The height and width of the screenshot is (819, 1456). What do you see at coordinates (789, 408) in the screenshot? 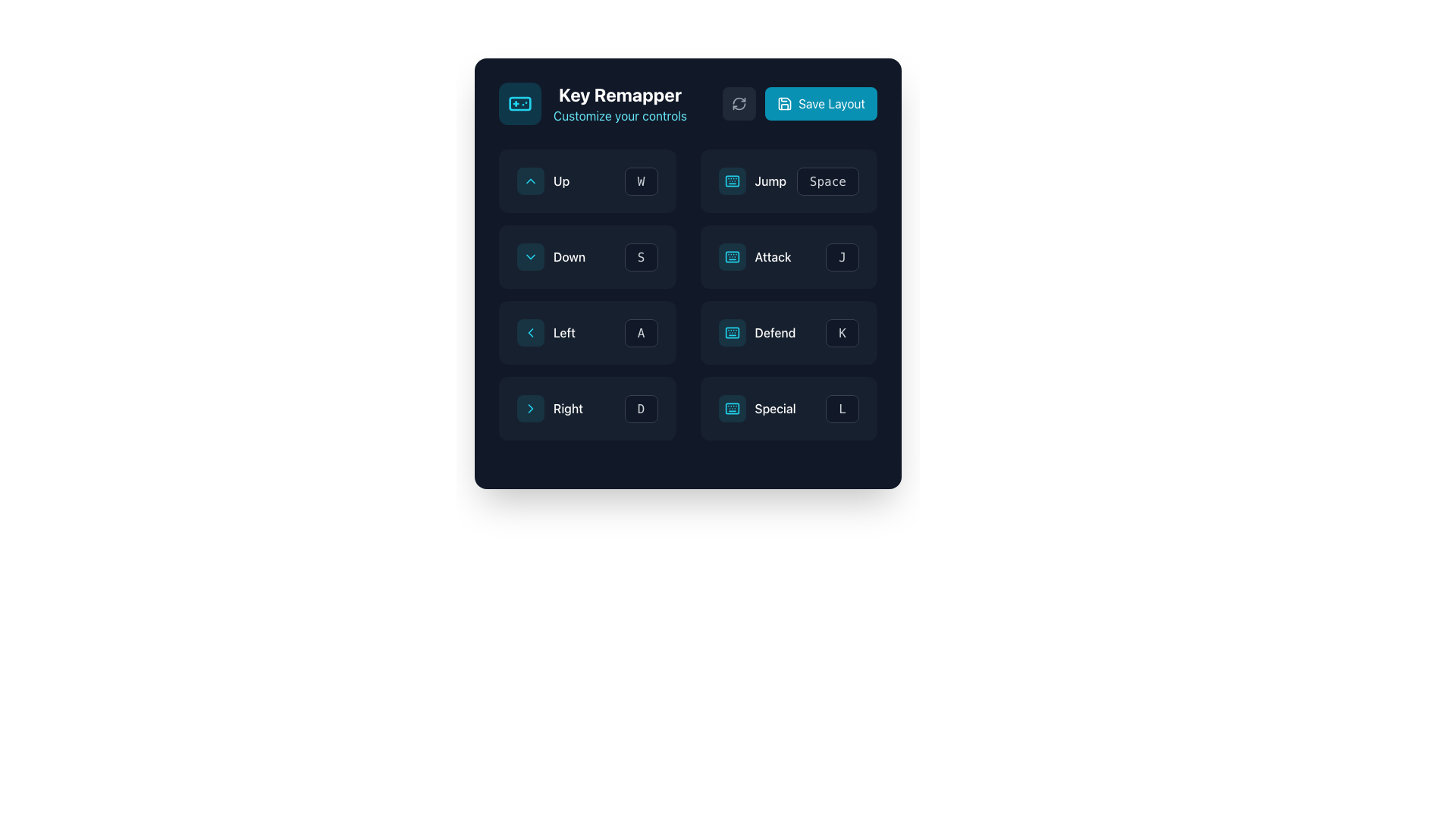
I see `the key-binding configuration button group labeled 'Special' with the keyboard icon, positioned at the bottom right of the remapping grid` at bounding box center [789, 408].